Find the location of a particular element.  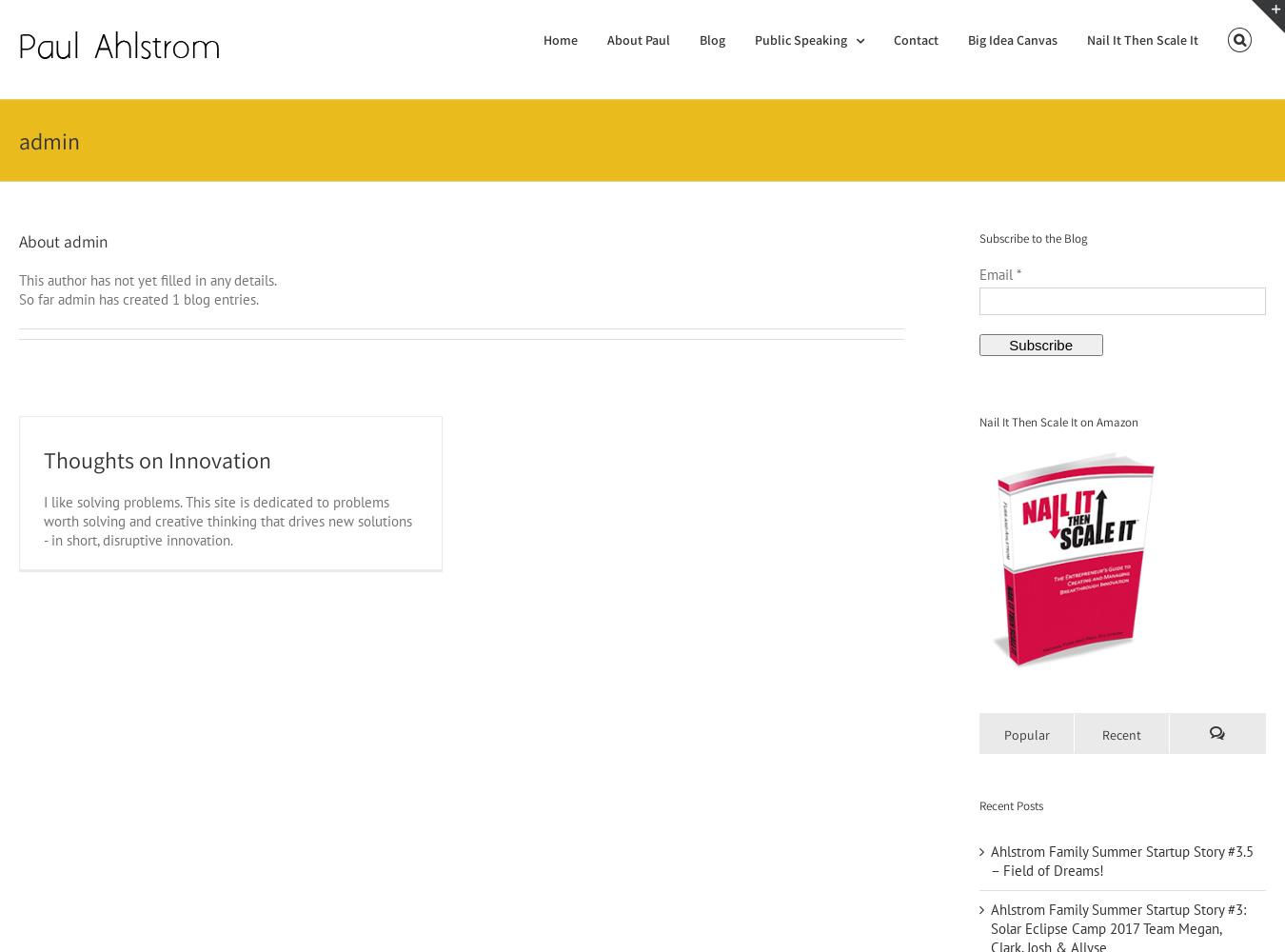

'Recent Posts' is located at coordinates (1010, 803).